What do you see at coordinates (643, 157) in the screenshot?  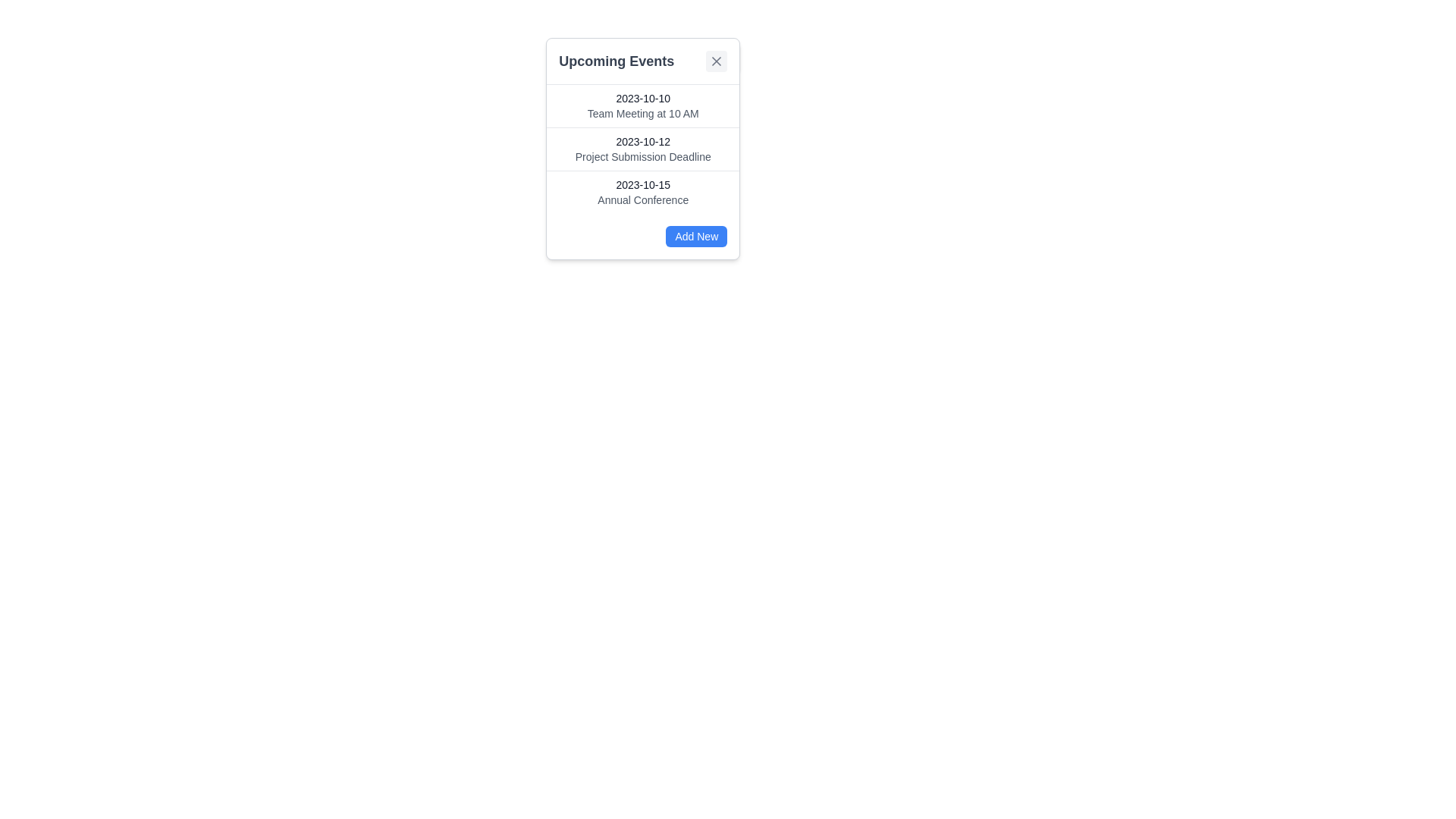 I see `the text label stating 'Project Submission Deadline', which is styled in a smaller gray font and located below the date '2023-10-12' in the 'Upcoming Events' panel` at bounding box center [643, 157].